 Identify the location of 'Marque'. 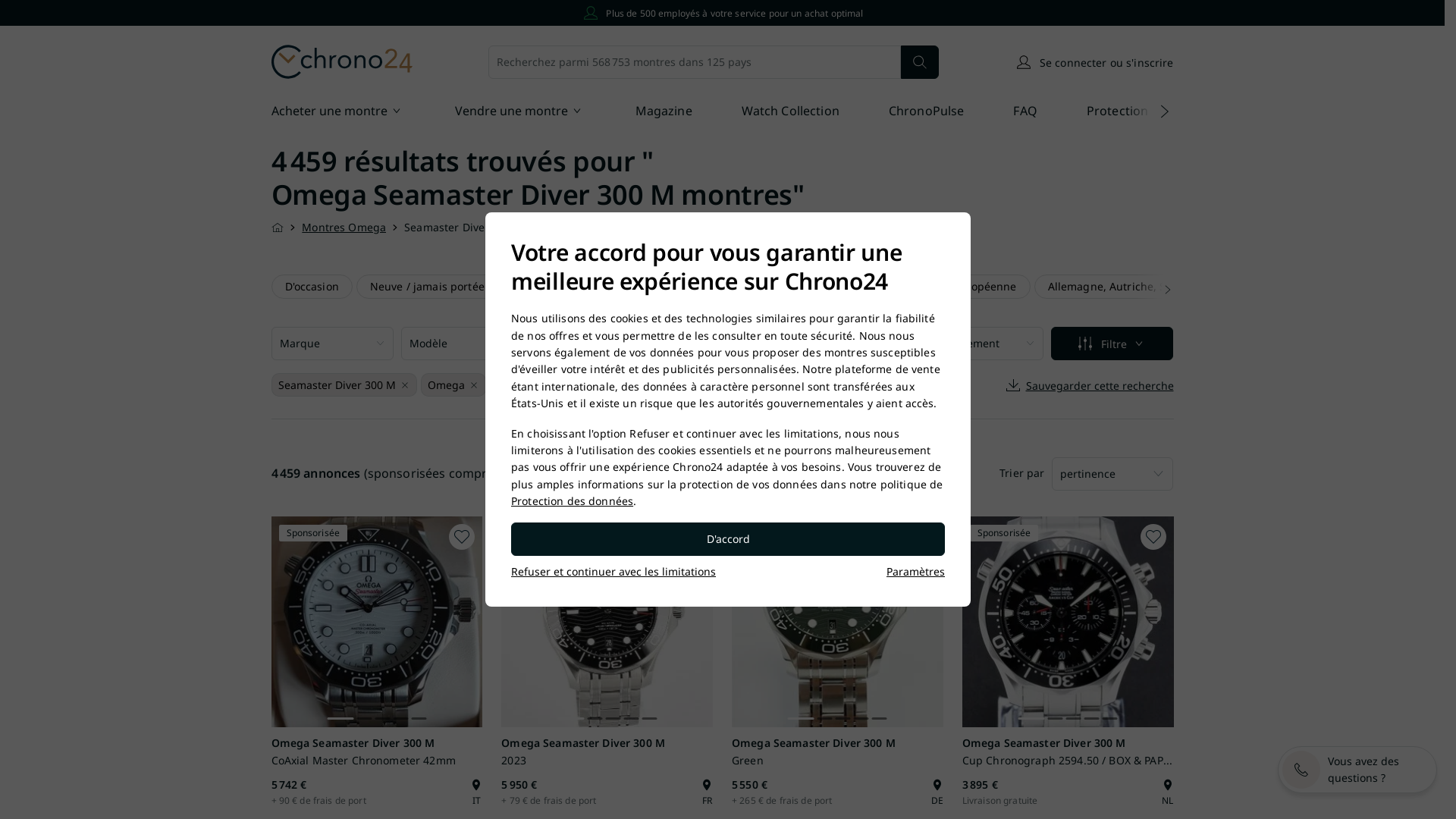
(331, 343).